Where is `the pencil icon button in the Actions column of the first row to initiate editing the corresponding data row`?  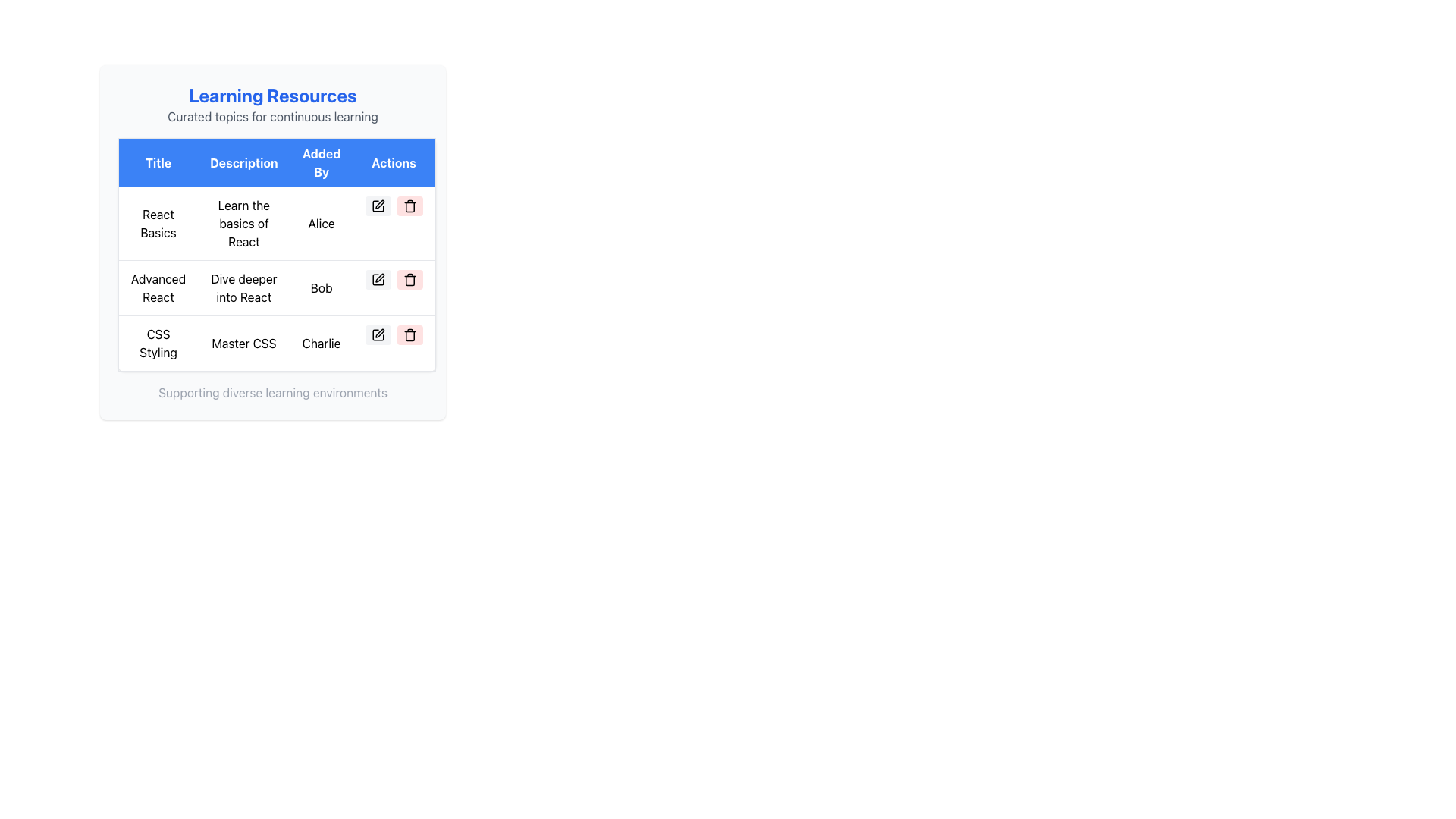 the pencil icon button in the Actions column of the first row to initiate editing the corresponding data row is located at coordinates (378, 206).